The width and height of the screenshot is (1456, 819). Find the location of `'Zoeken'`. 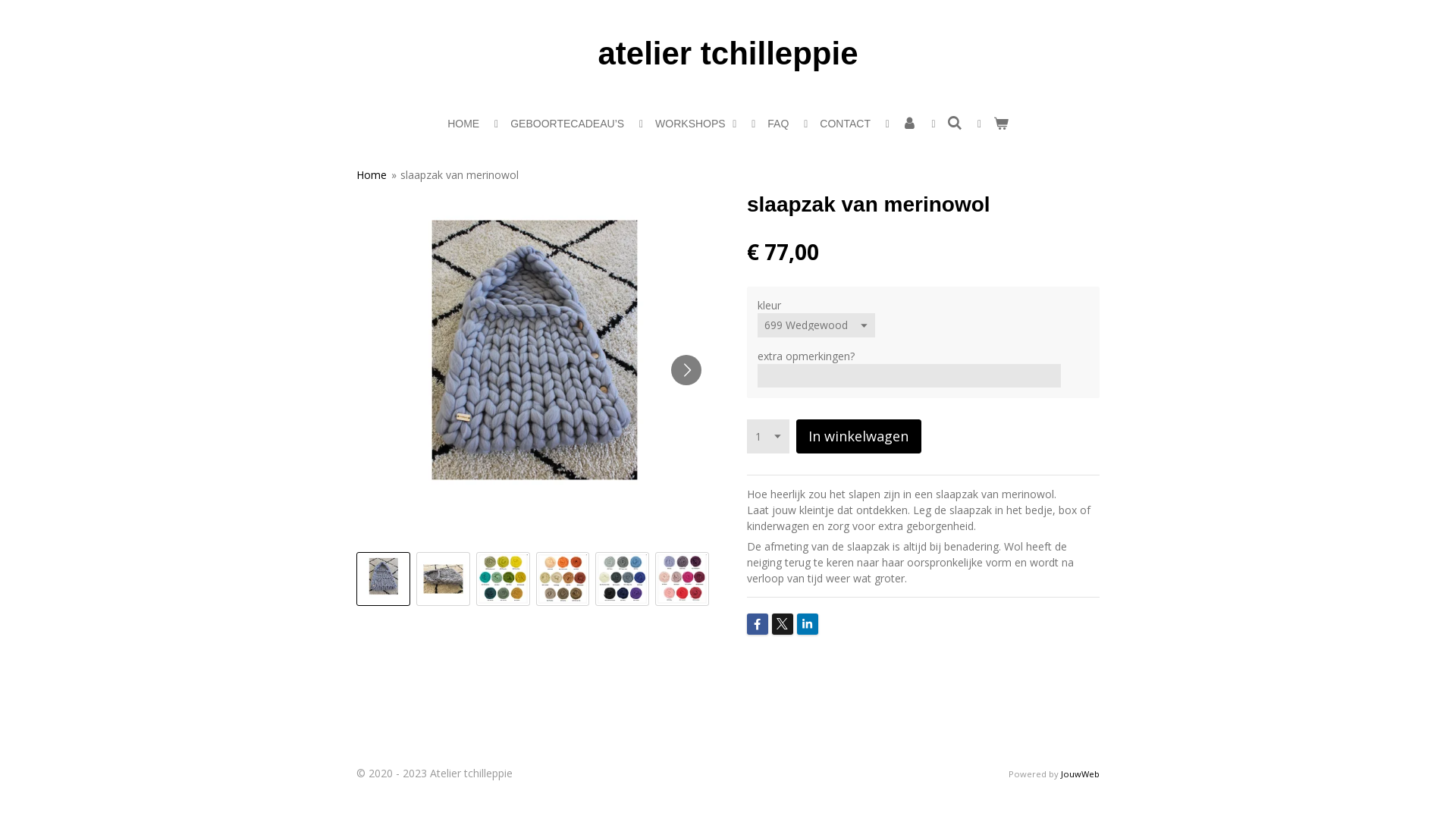

'Zoeken' is located at coordinates (954, 123).